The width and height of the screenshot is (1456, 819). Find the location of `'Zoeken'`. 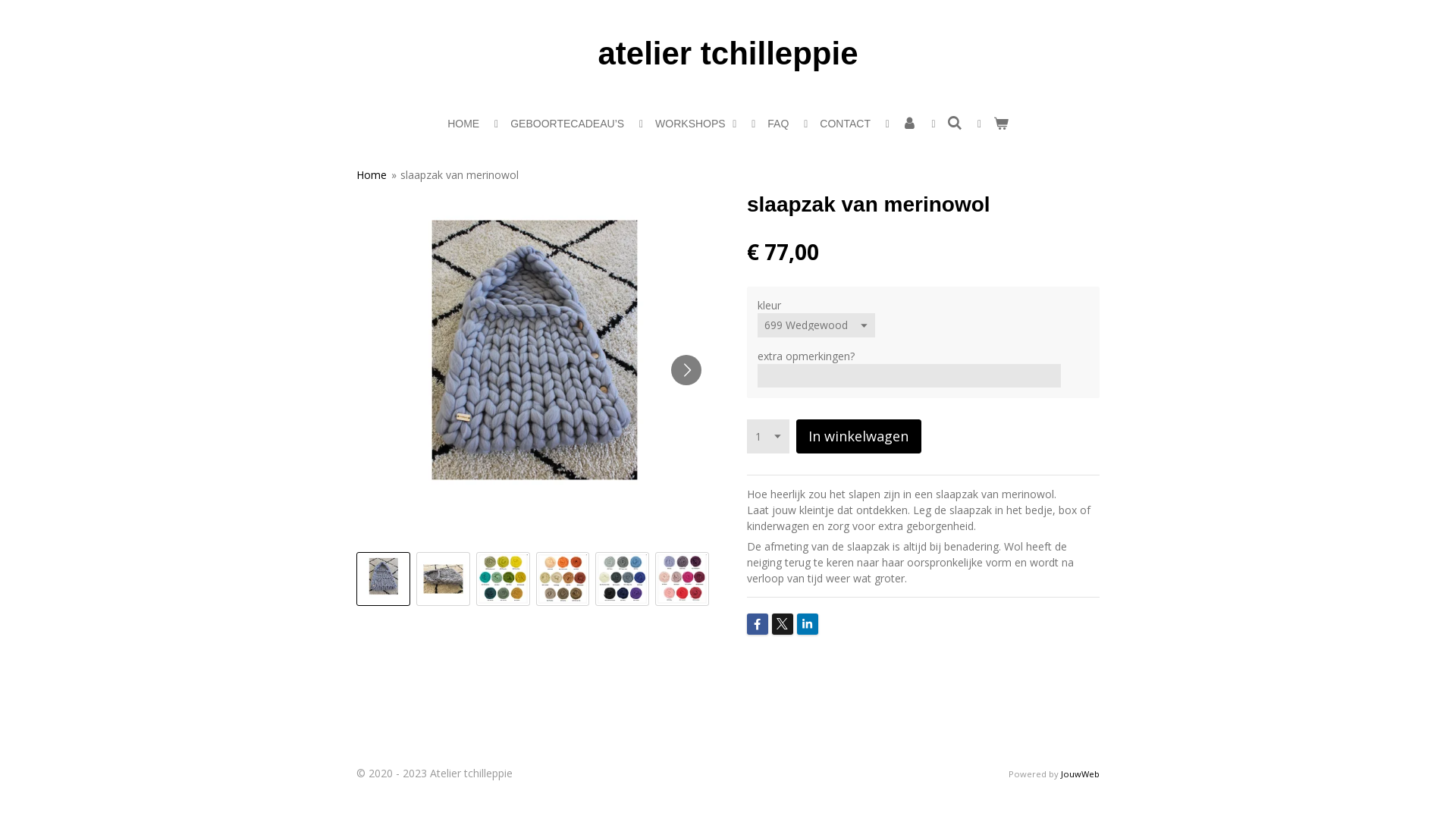

'Zoeken' is located at coordinates (954, 123).